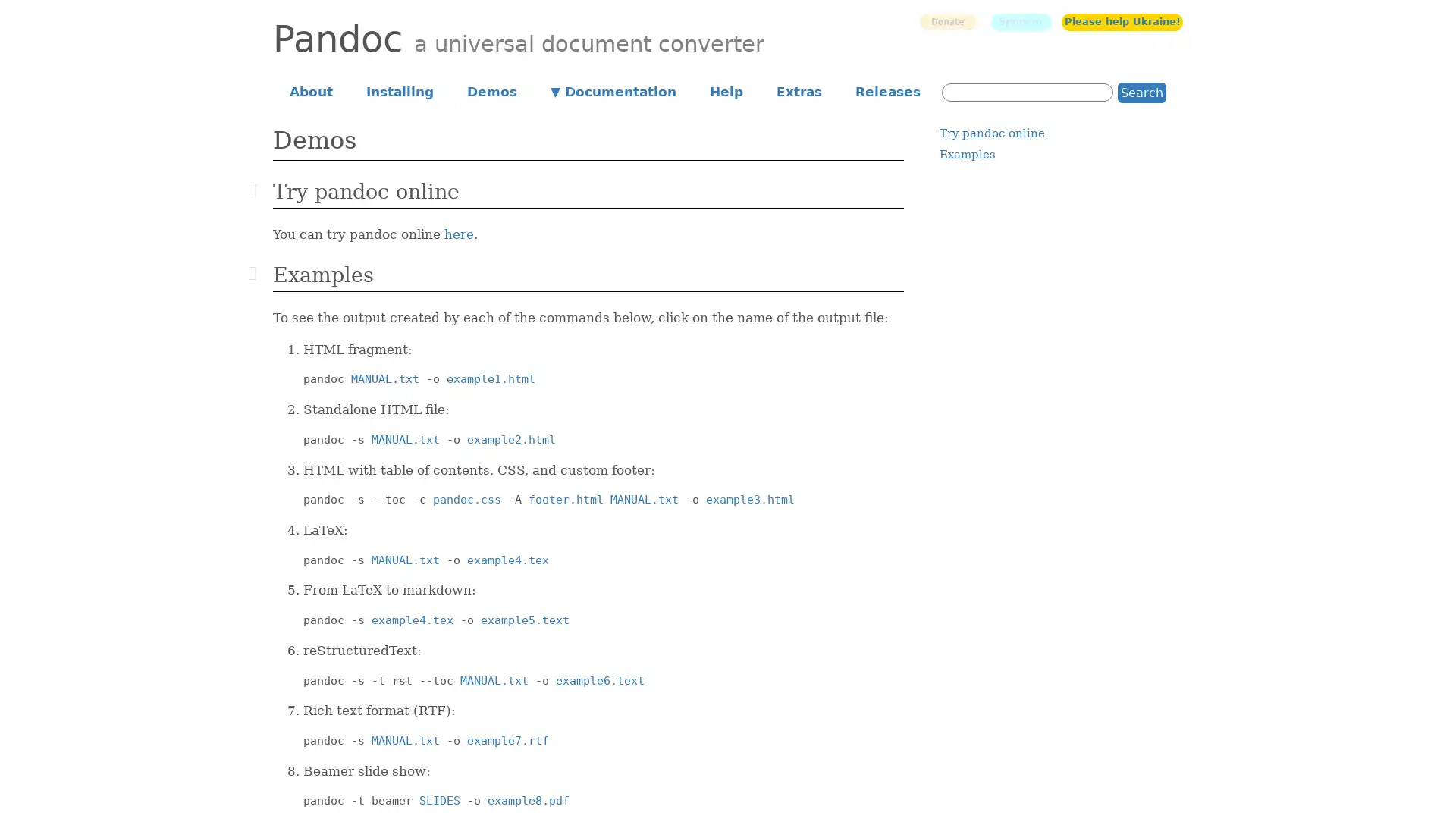 The width and height of the screenshot is (1456, 819). I want to click on PayPal - The safer, easier way to pay online!, so click(946, 21).